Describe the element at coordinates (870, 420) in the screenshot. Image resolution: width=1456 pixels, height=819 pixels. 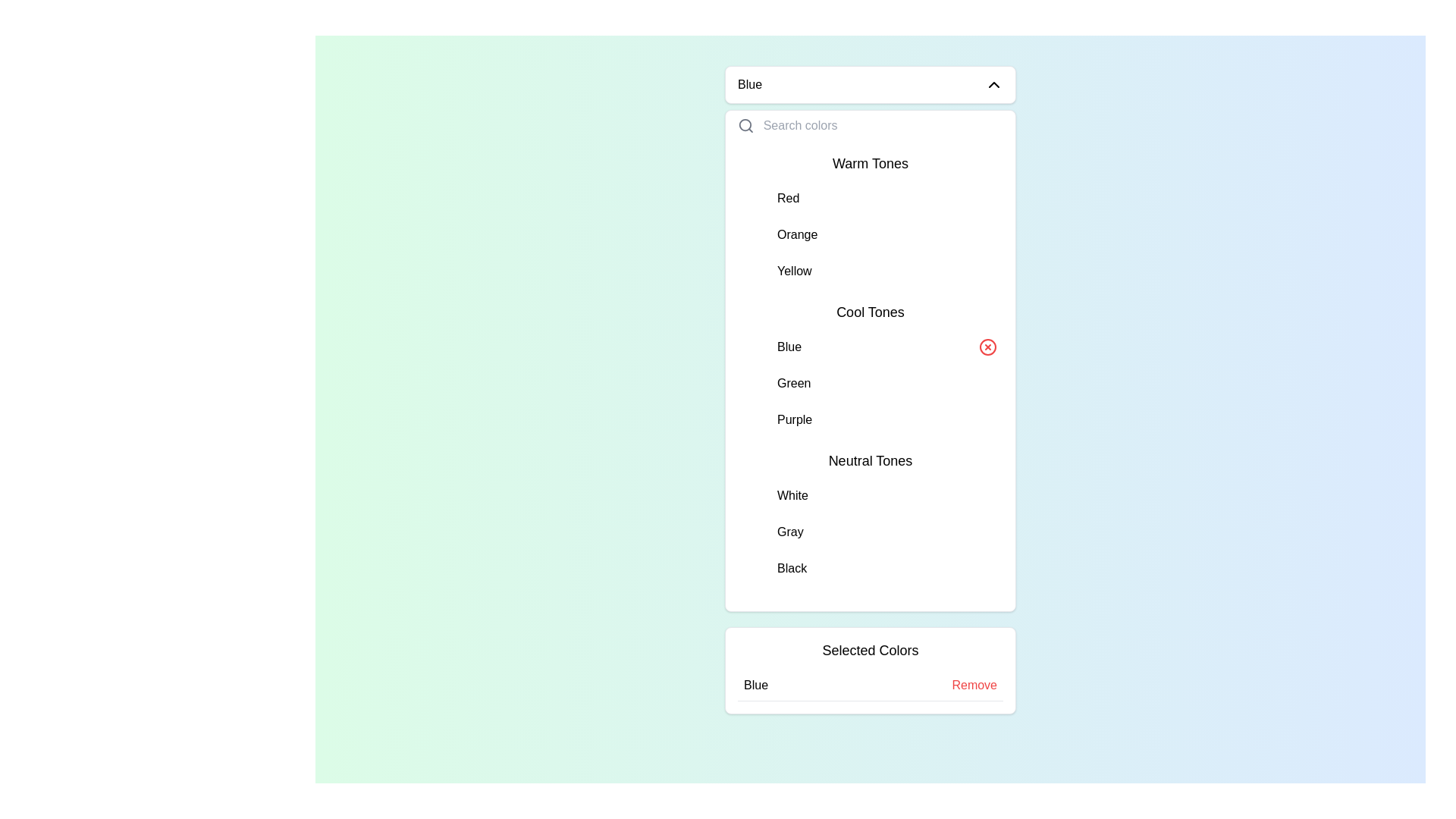
I see `the selectable list item for 'Purple' color in the dropdown menu` at that location.